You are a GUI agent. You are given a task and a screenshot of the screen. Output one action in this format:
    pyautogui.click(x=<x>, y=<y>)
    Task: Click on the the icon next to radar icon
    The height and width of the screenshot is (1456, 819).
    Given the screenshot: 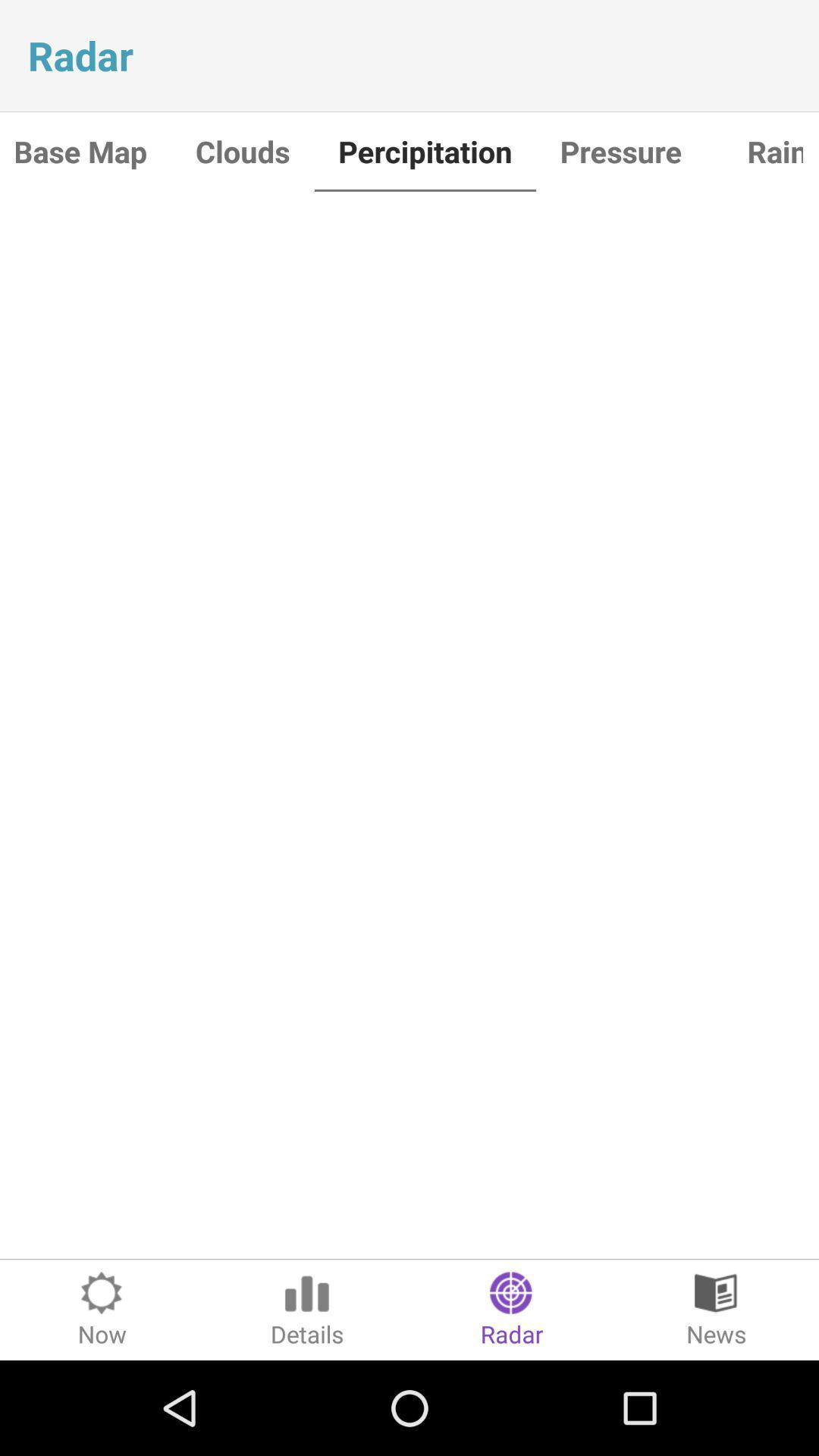 What is the action you would take?
    pyautogui.click(x=717, y=1309)
    